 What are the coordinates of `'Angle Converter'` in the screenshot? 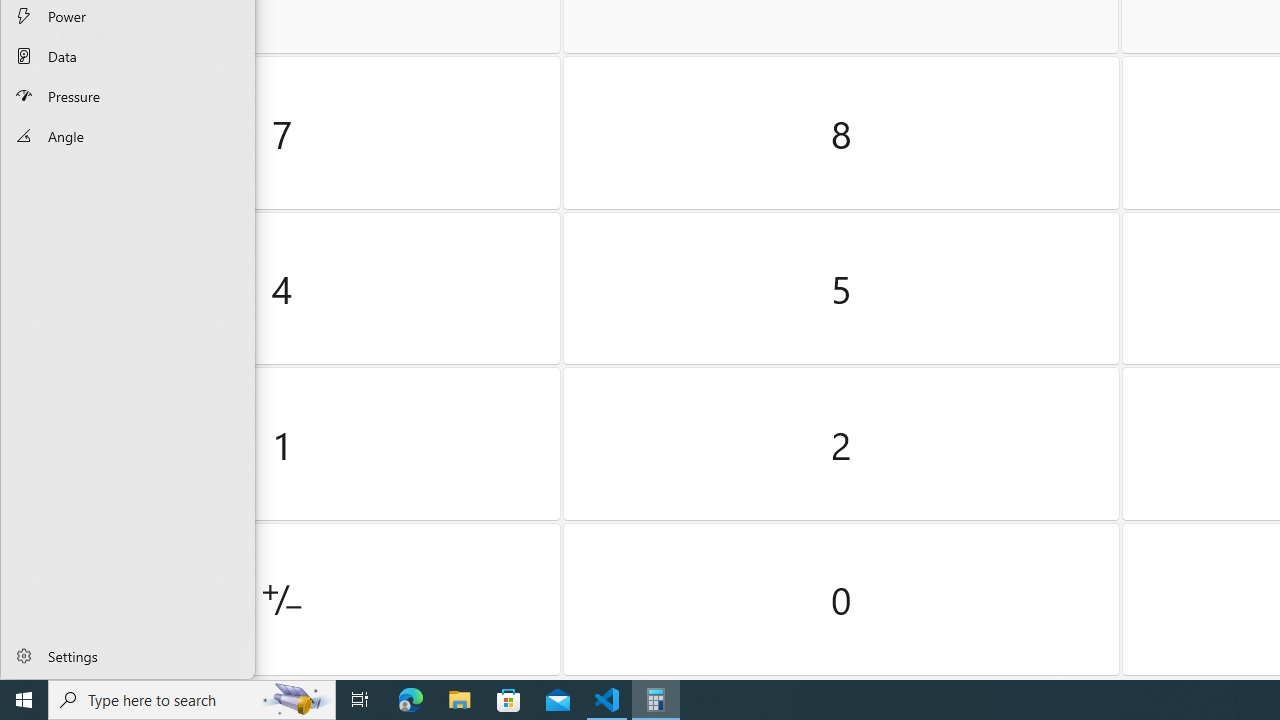 It's located at (127, 135).